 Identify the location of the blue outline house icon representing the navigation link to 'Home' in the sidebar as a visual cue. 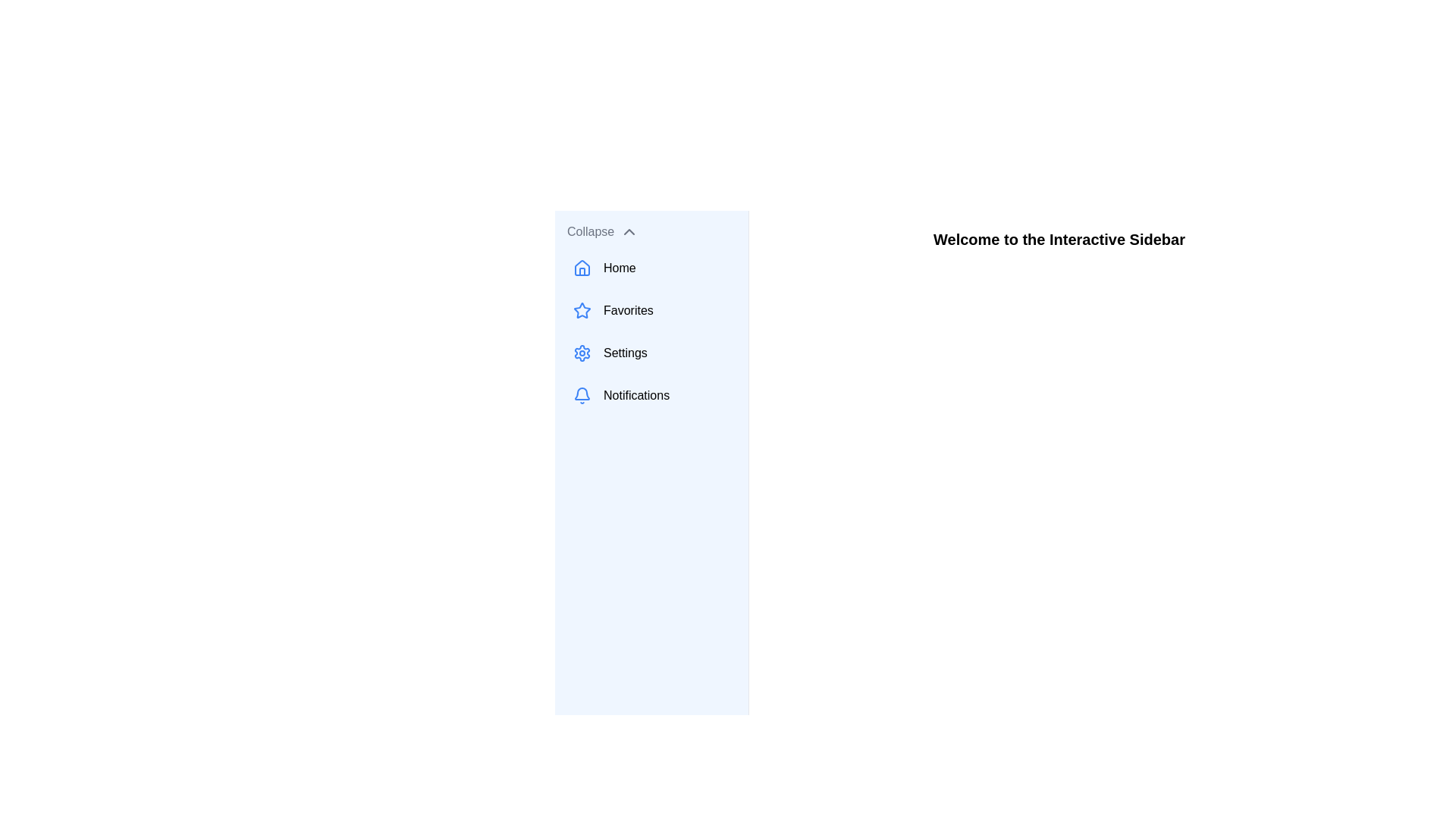
(582, 268).